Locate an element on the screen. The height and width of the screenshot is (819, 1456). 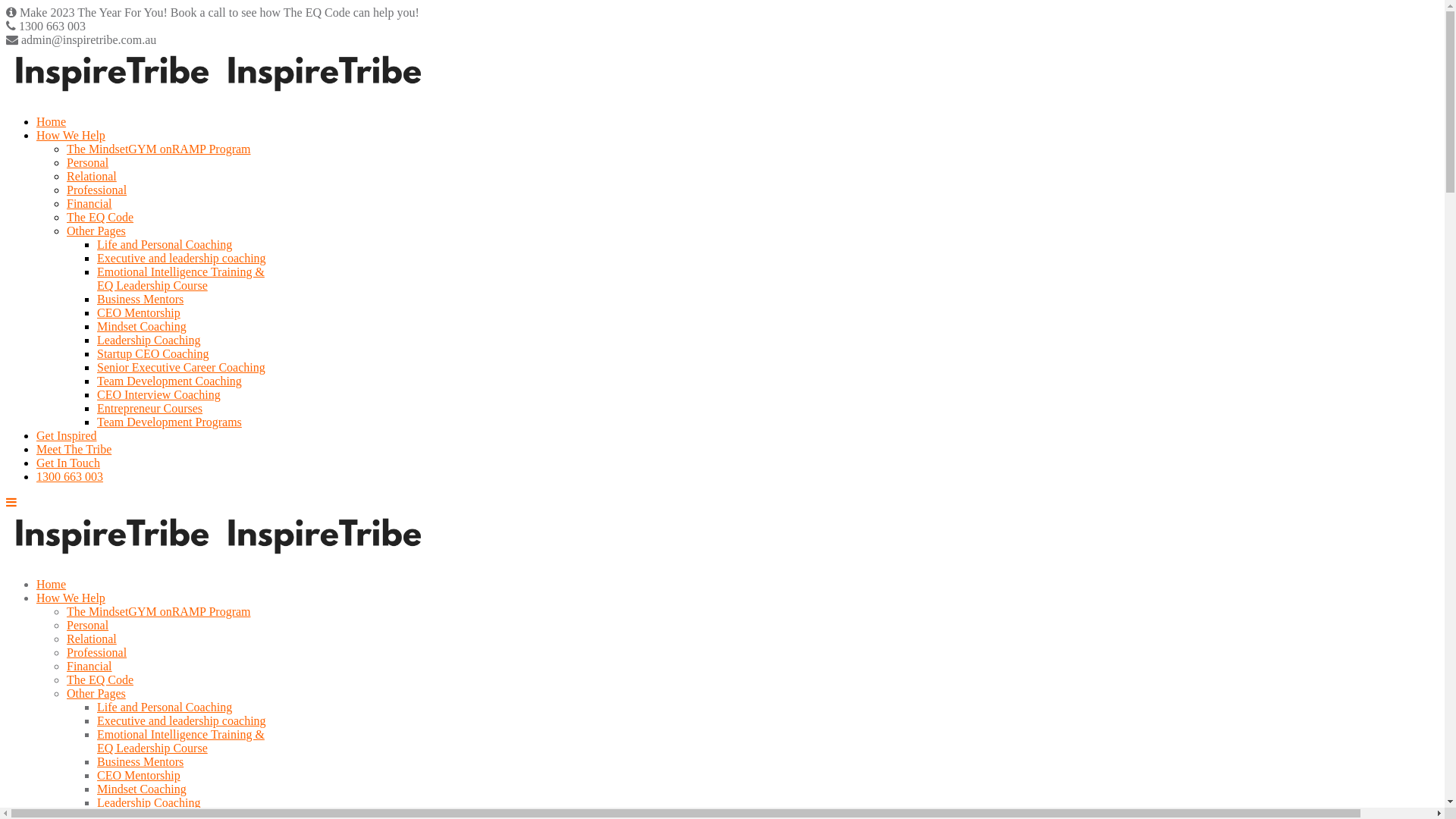
'Relational' is located at coordinates (90, 639).